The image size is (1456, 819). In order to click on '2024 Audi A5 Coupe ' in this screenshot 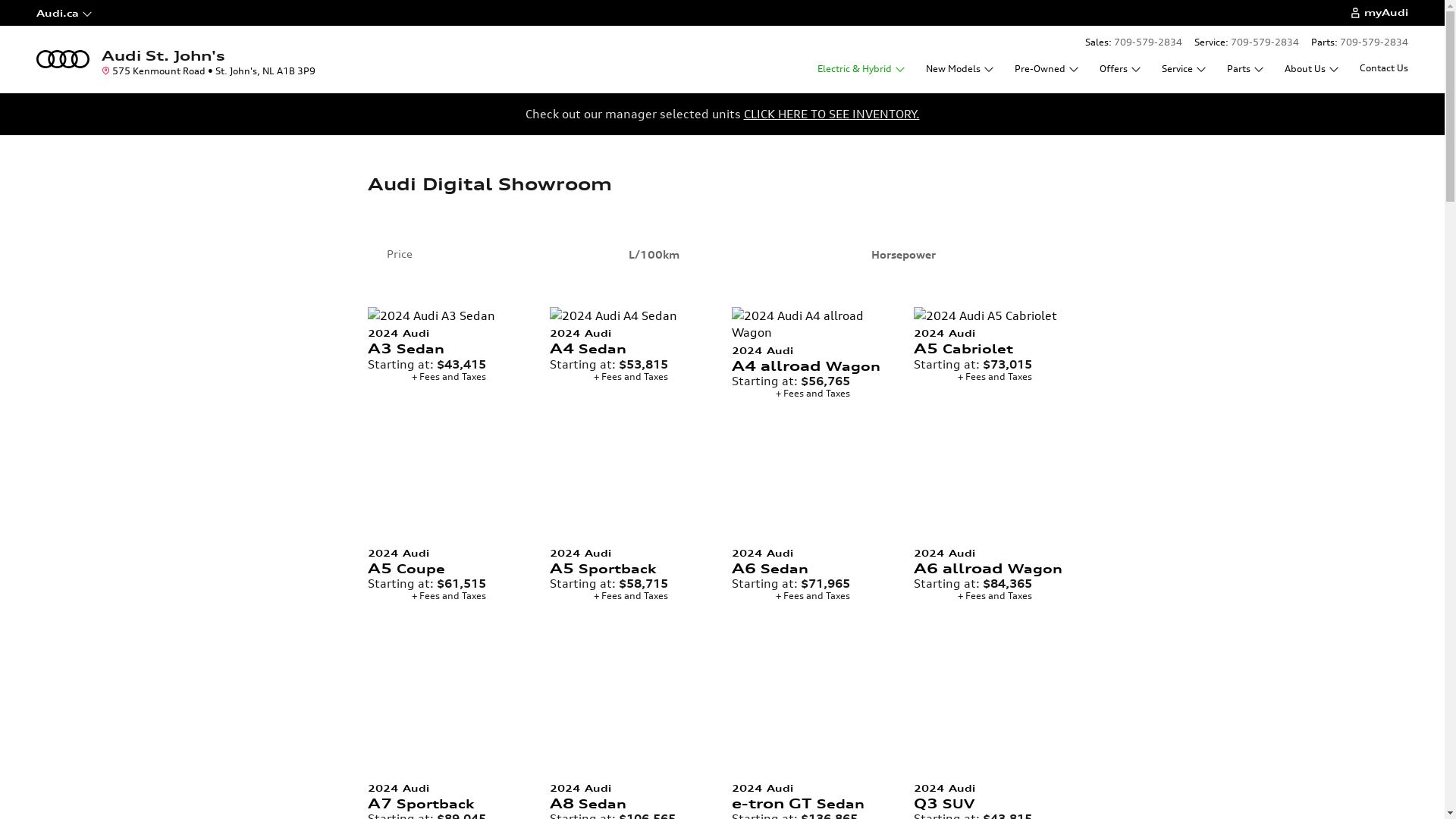, I will do `click(367, 541)`.